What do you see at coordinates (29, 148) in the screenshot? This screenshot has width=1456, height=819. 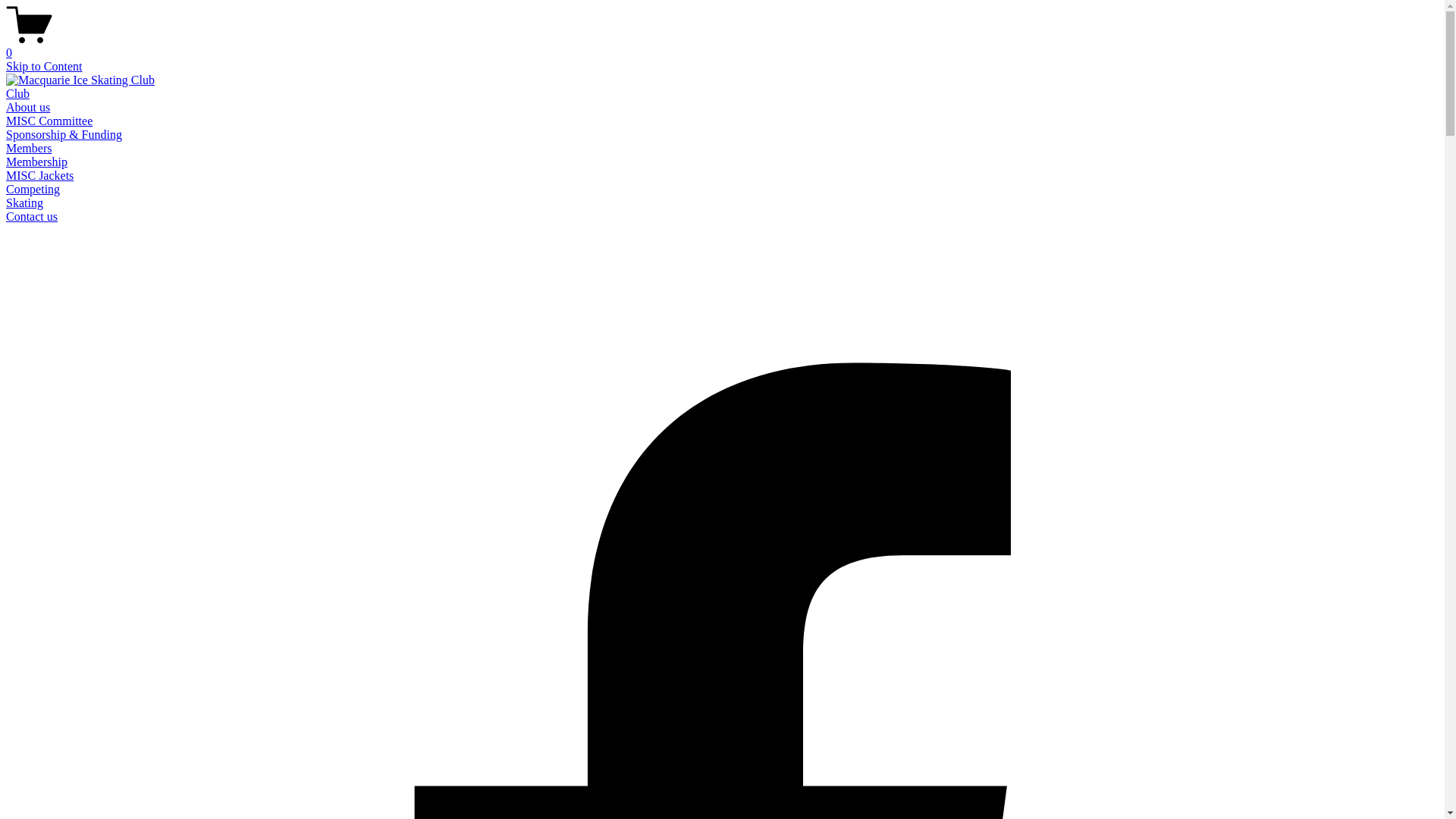 I see `'Members'` at bounding box center [29, 148].